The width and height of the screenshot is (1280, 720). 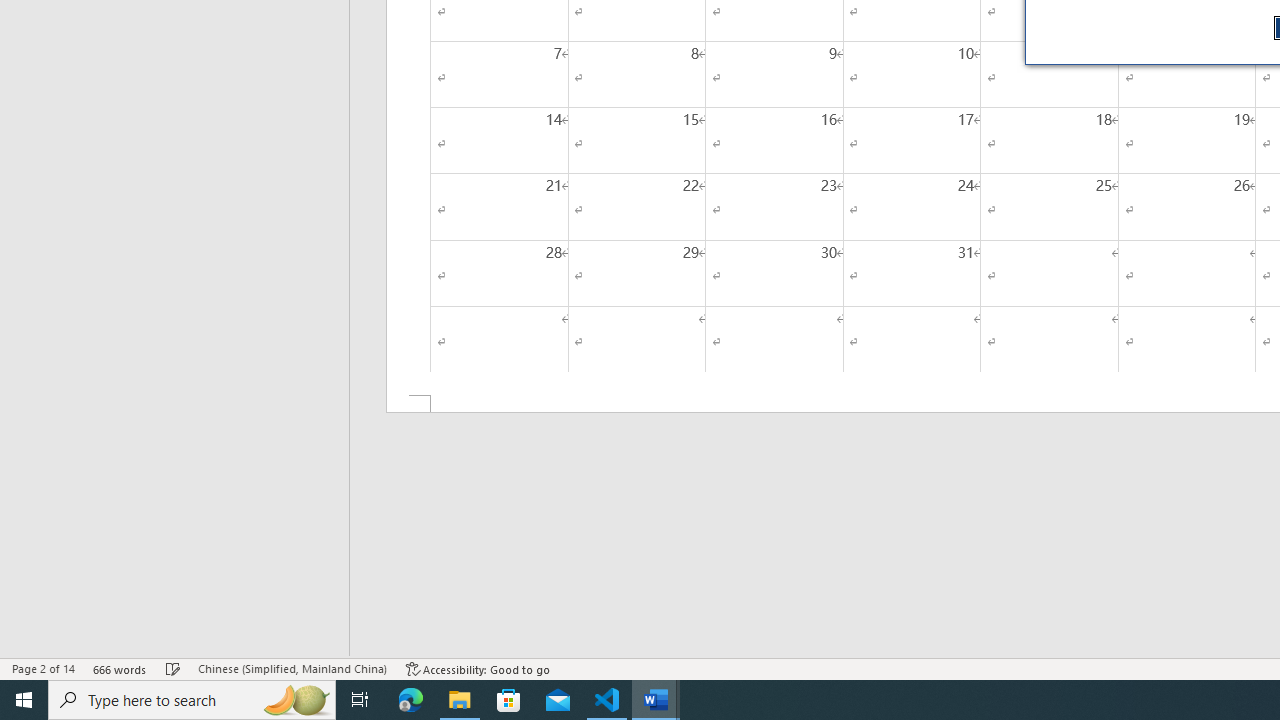 What do you see at coordinates (359, 698) in the screenshot?
I see `'Task View'` at bounding box center [359, 698].